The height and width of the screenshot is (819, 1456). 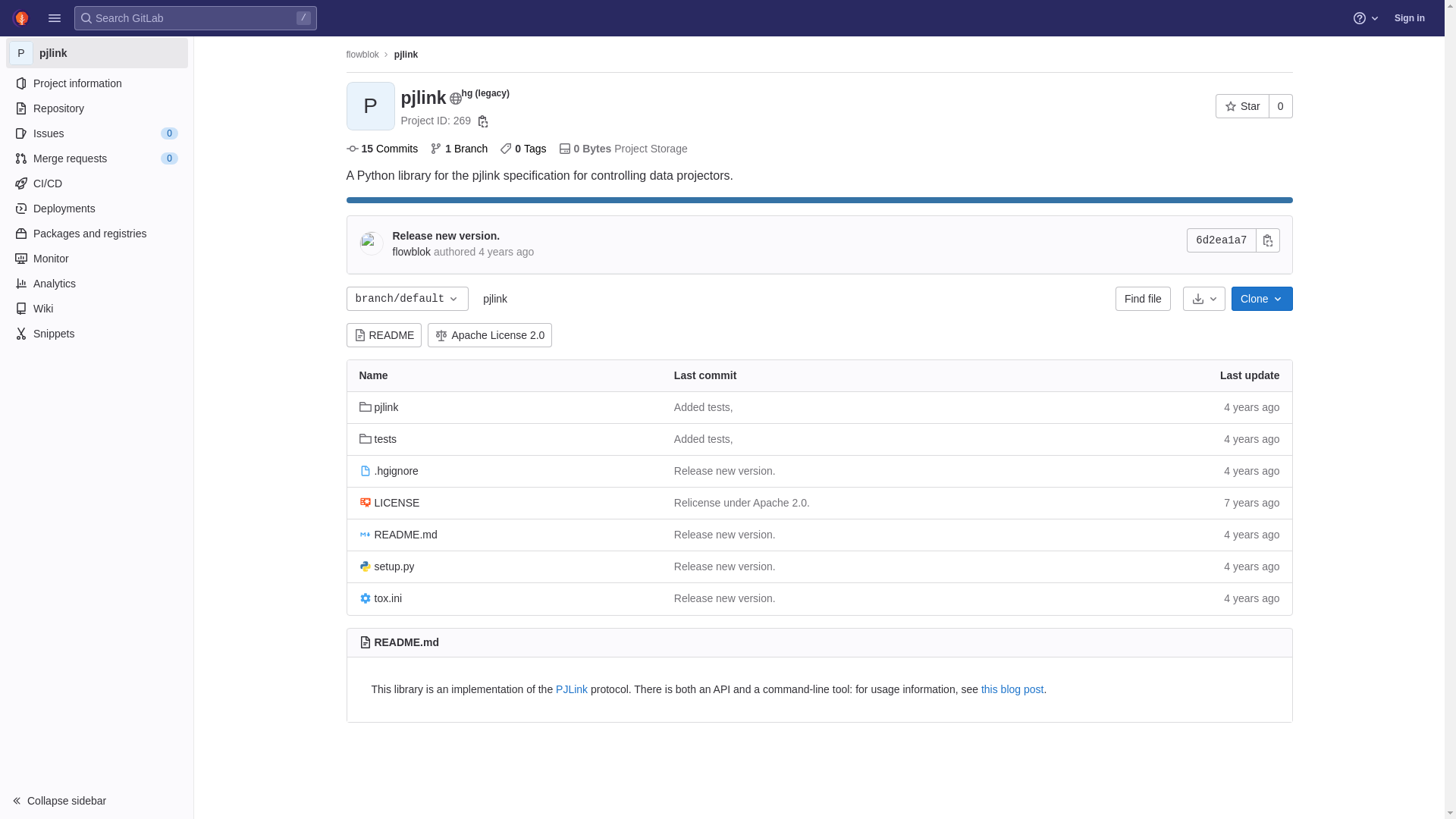 I want to click on 'Release new version.', so click(x=393, y=236).